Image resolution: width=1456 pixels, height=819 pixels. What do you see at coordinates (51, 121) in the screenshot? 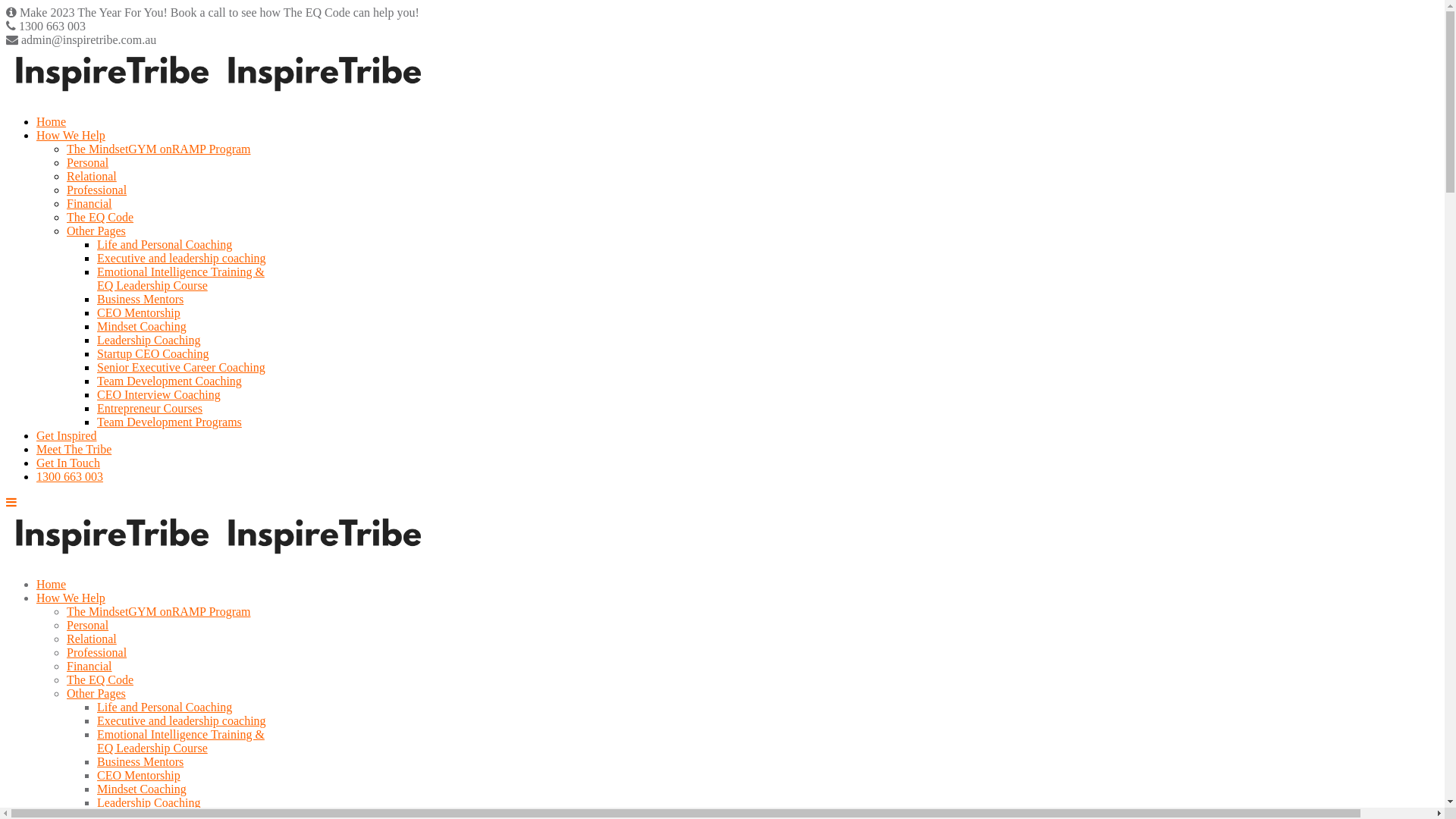
I see `'Home'` at bounding box center [51, 121].